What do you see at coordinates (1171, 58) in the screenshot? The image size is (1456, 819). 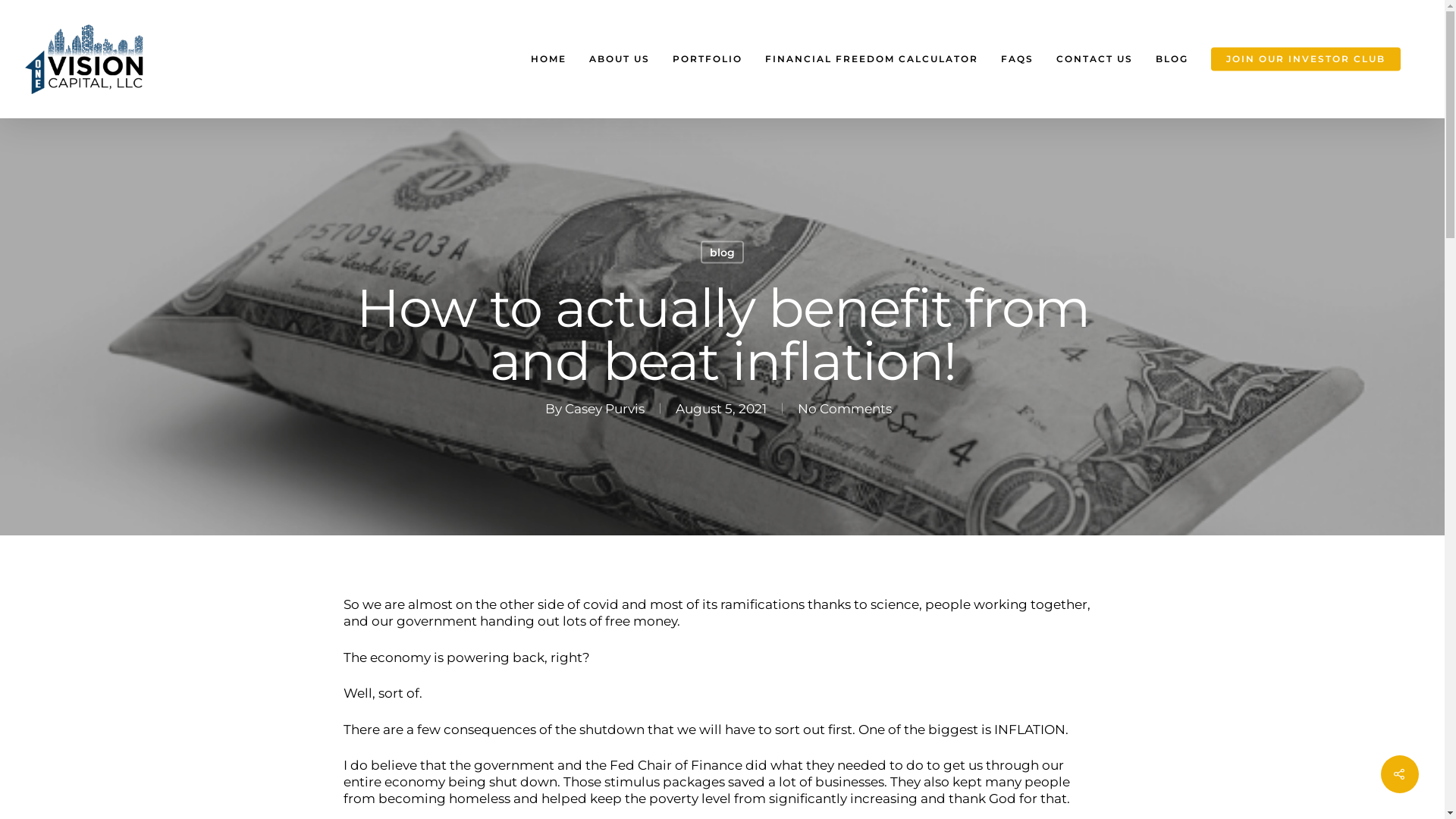 I see `'BLOG'` at bounding box center [1171, 58].